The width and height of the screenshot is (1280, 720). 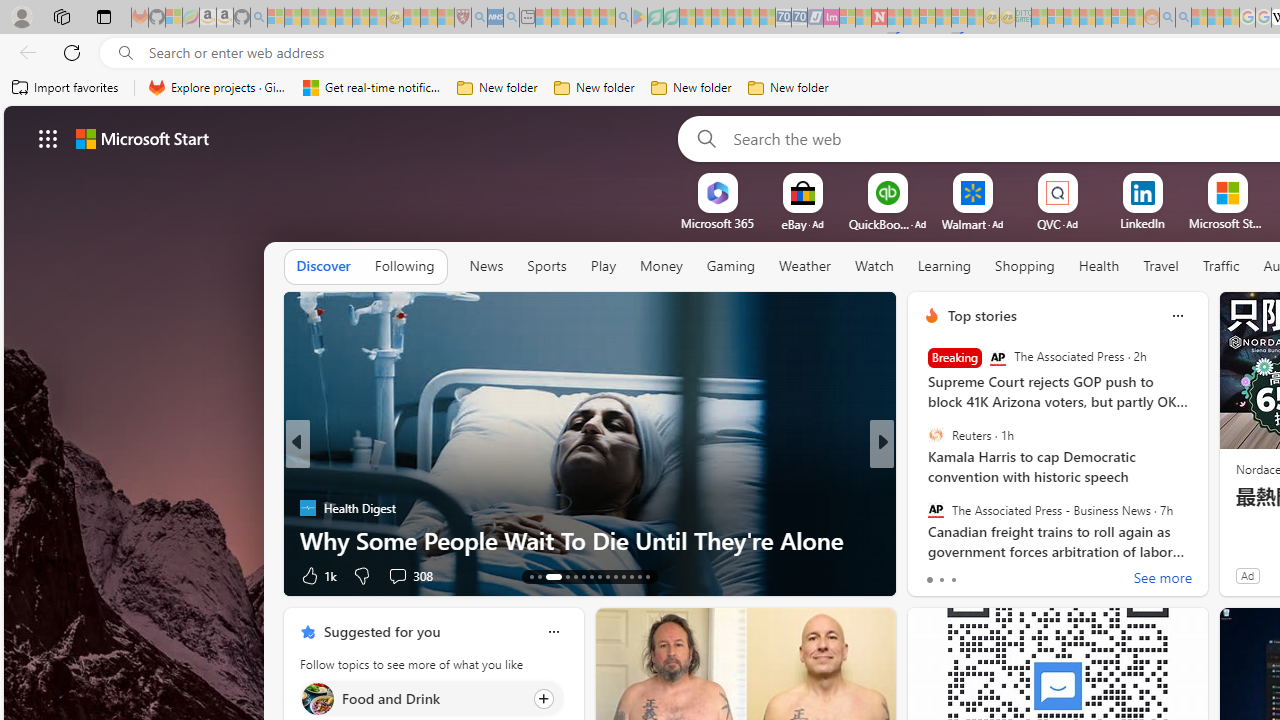 What do you see at coordinates (922, 475) in the screenshot?
I see `'ZDNet'` at bounding box center [922, 475].